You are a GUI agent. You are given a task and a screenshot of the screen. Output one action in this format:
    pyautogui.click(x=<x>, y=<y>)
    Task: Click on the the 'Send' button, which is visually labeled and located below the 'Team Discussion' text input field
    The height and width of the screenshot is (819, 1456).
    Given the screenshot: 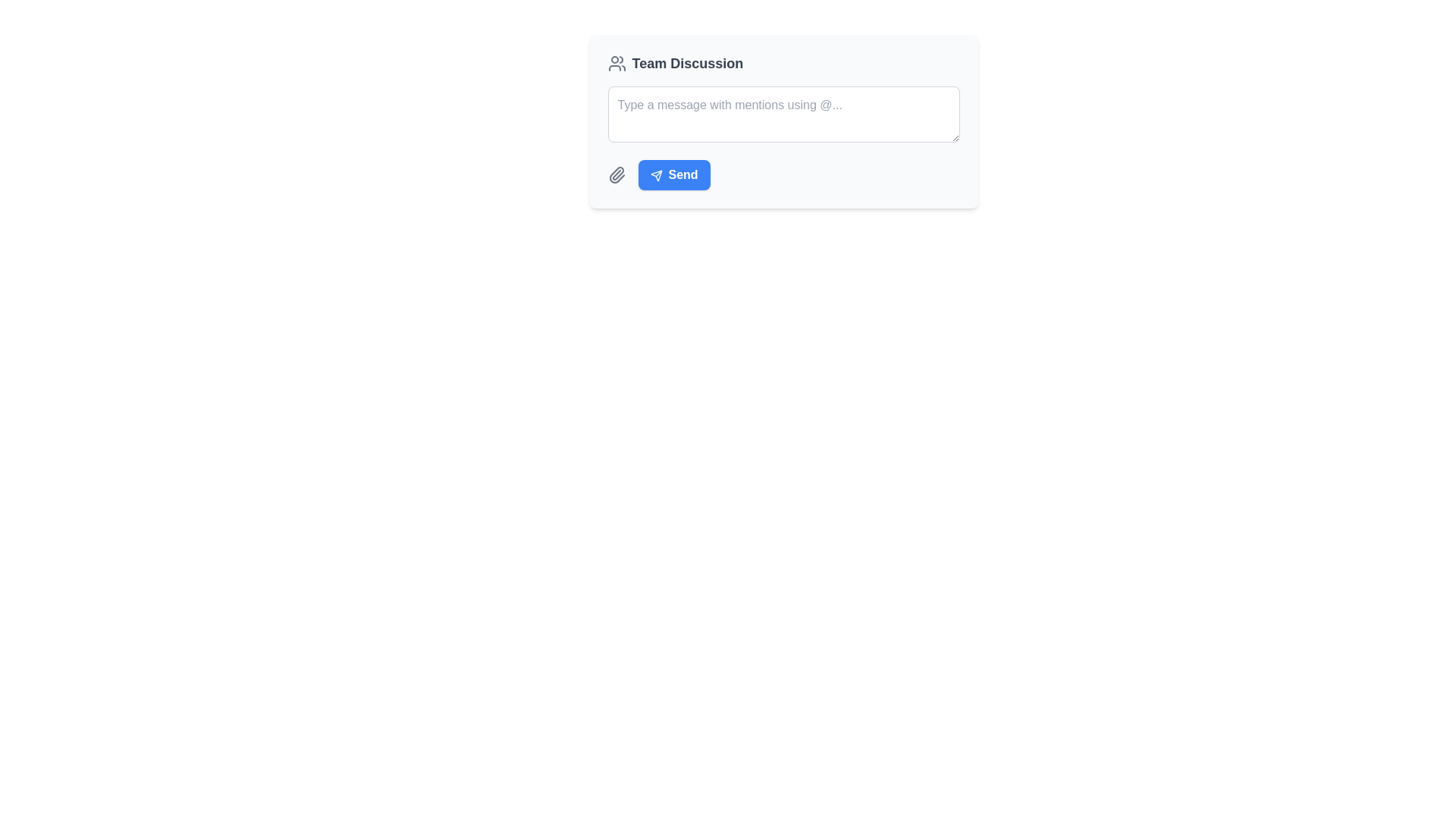 What is the action you would take?
    pyautogui.click(x=682, y=174)
    